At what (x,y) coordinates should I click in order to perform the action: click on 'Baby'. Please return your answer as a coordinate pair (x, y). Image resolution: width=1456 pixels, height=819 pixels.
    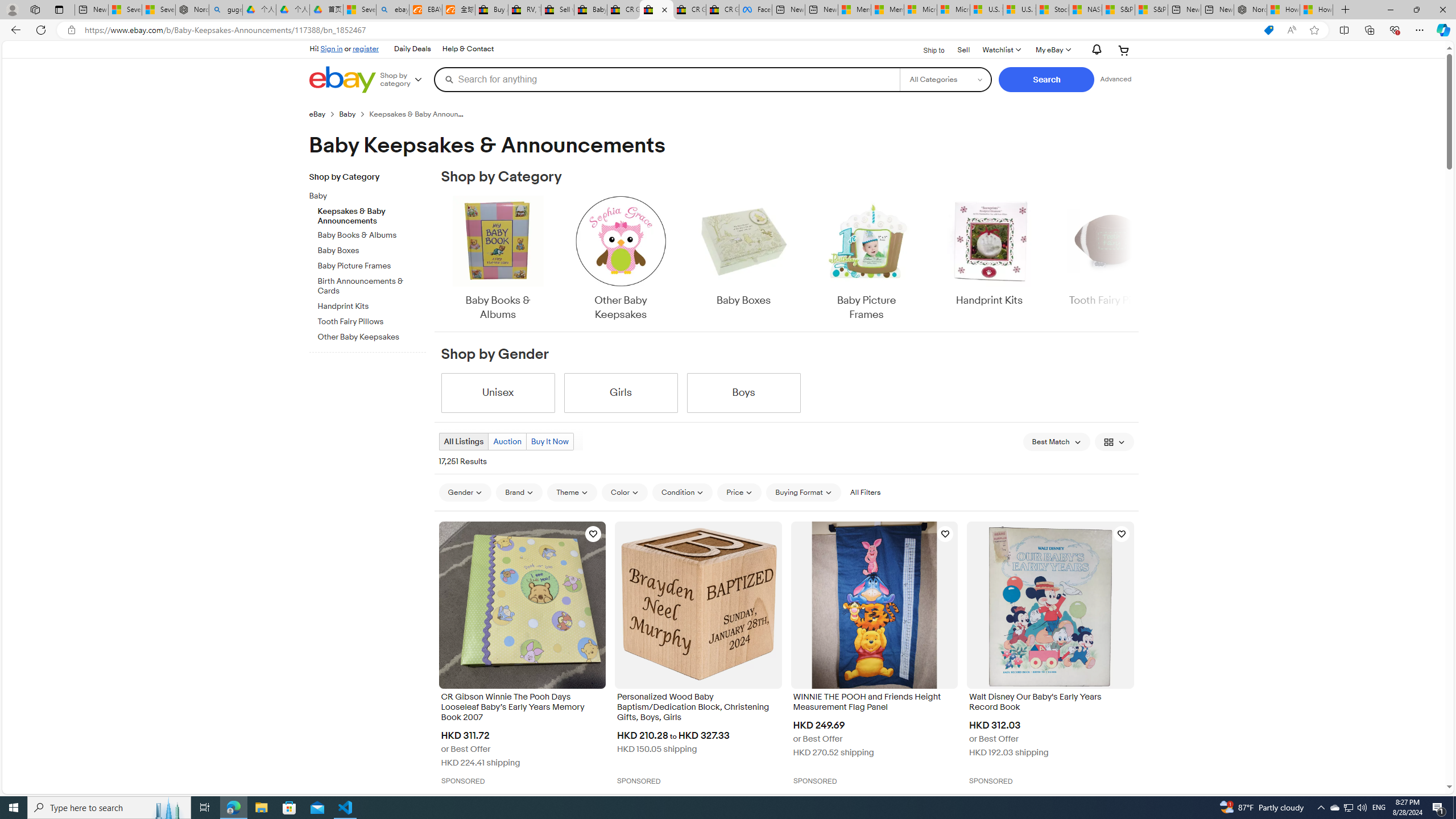
    Looking at the image, I should click on (362, 196).